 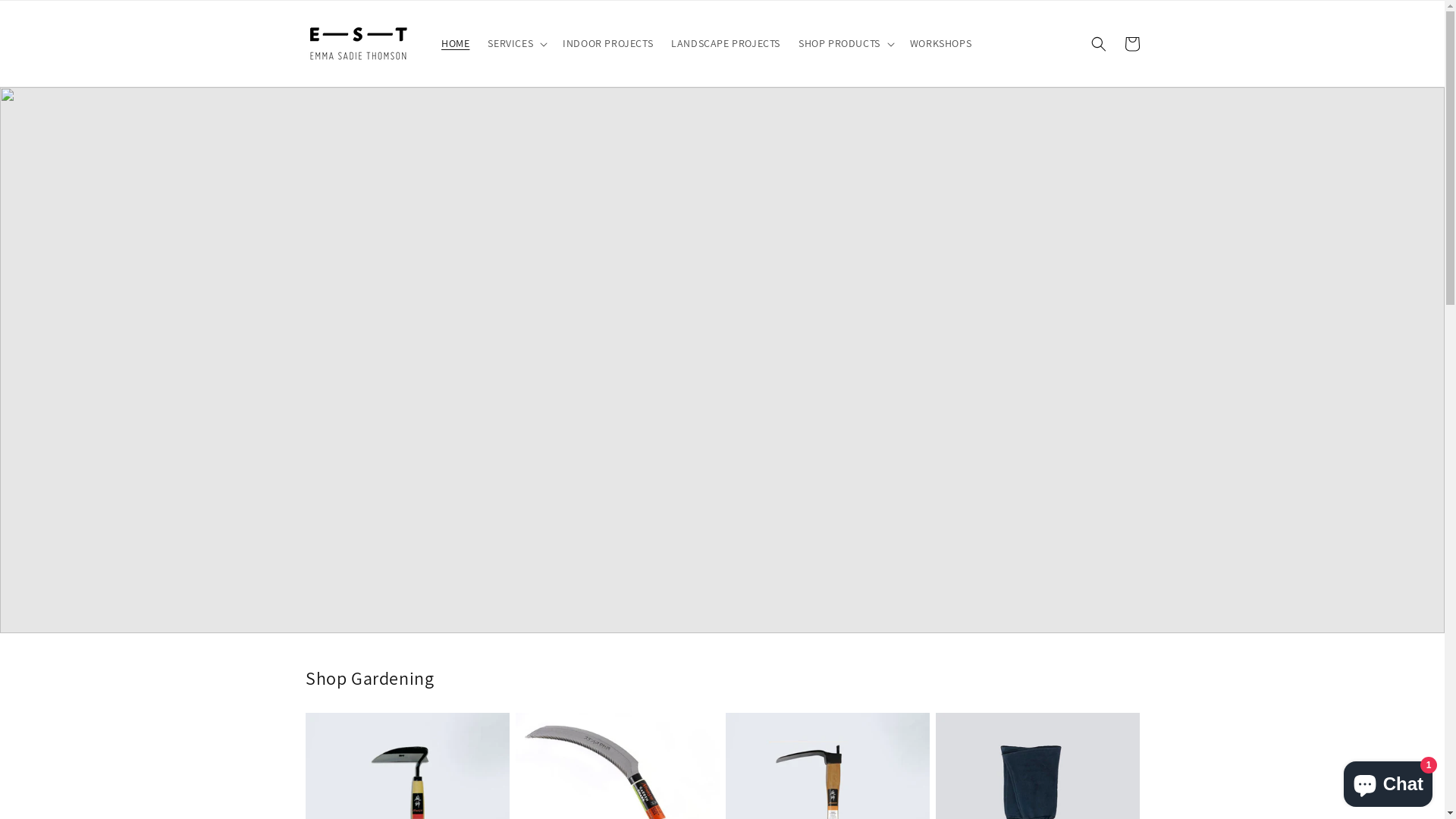 What do you see at coordinates (1131, 42) in the screenshot?
I see `'Cart'` at bounding box center [1131, 42].